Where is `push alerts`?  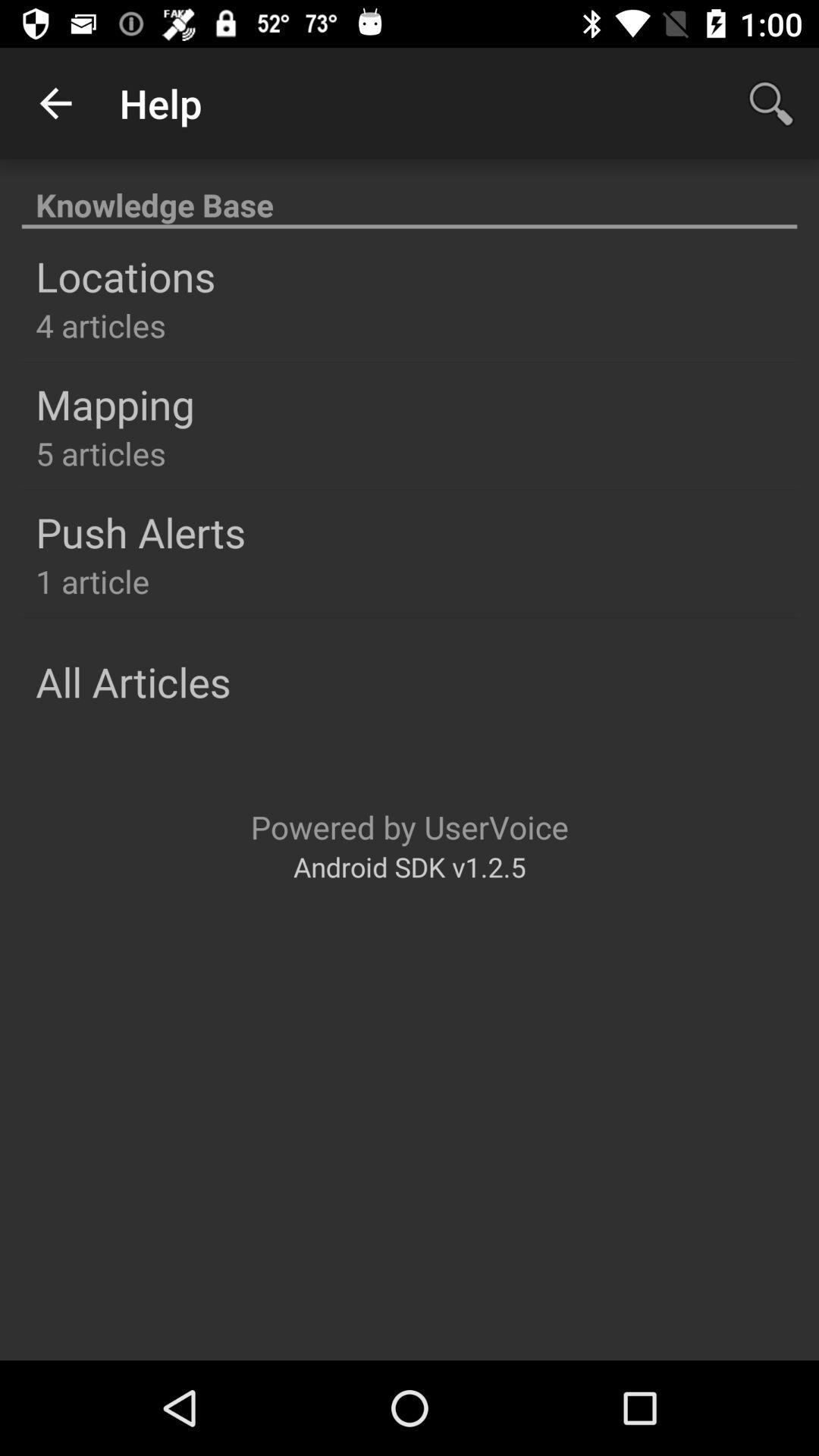 push alerts is located at coordinates (140, 532).